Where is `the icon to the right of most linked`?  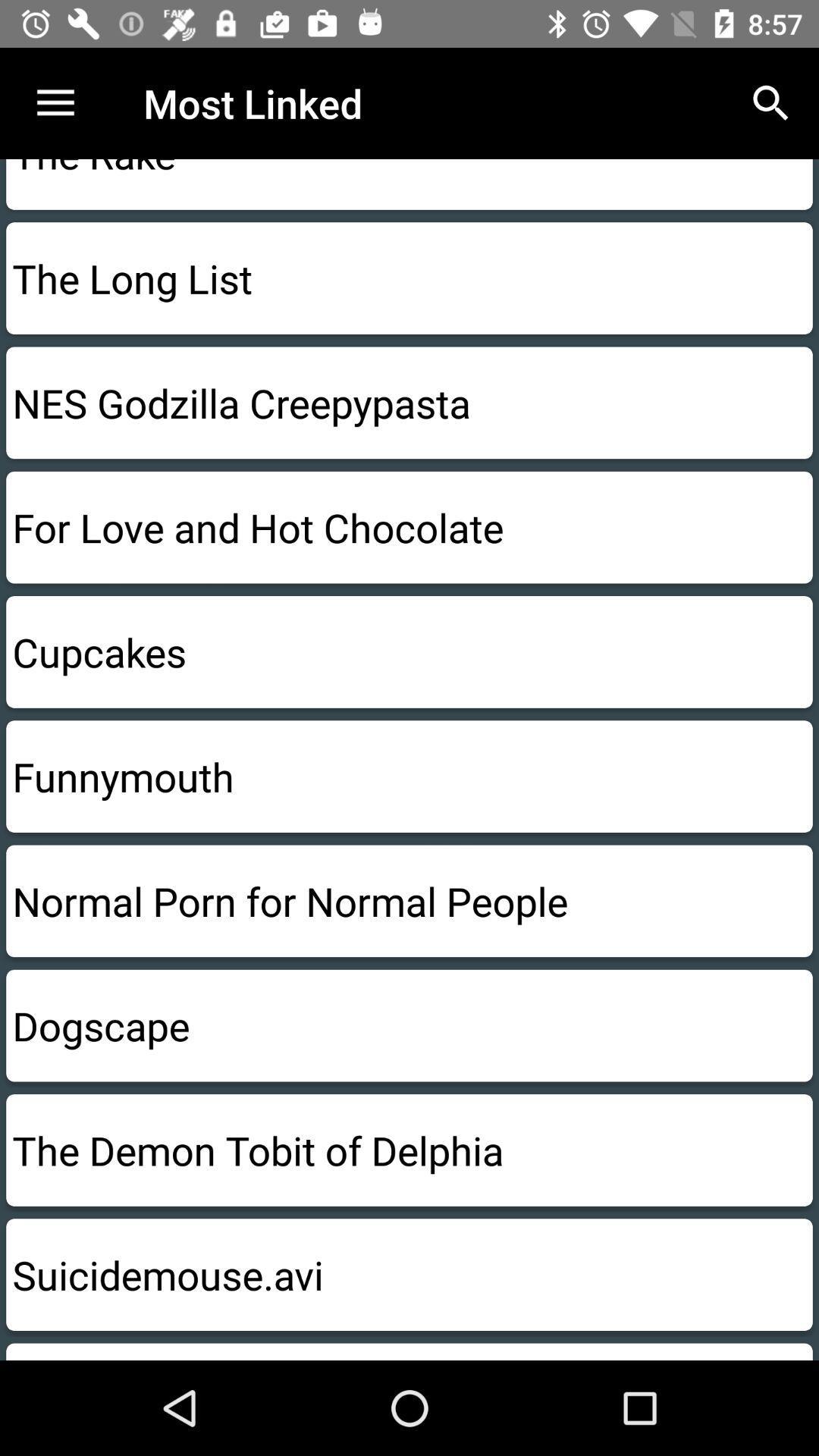
the icon to the right of most linked is located at coordinates (771, 102).